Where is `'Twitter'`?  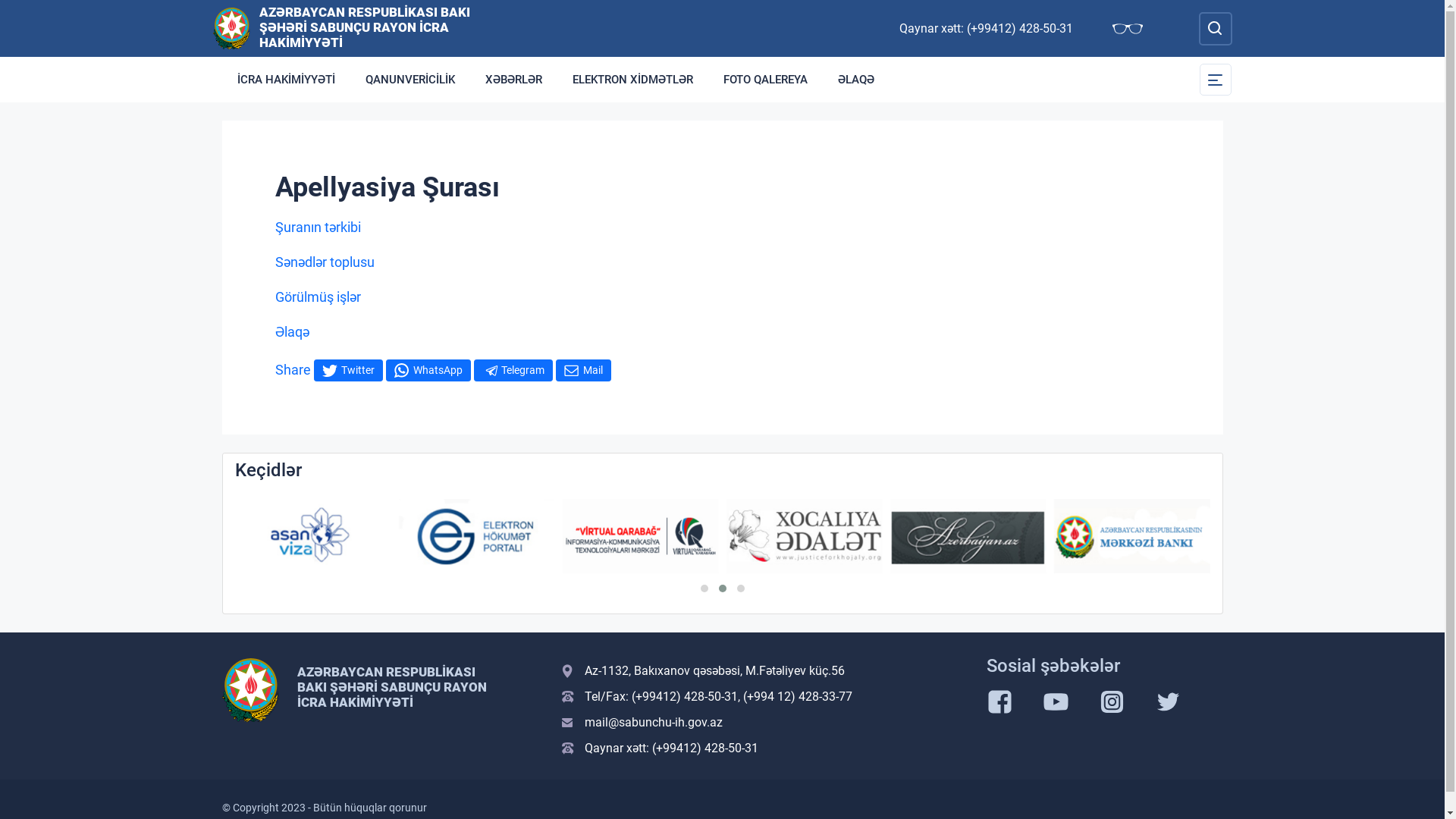
'Twitter' is located at coordinates (347, 370).